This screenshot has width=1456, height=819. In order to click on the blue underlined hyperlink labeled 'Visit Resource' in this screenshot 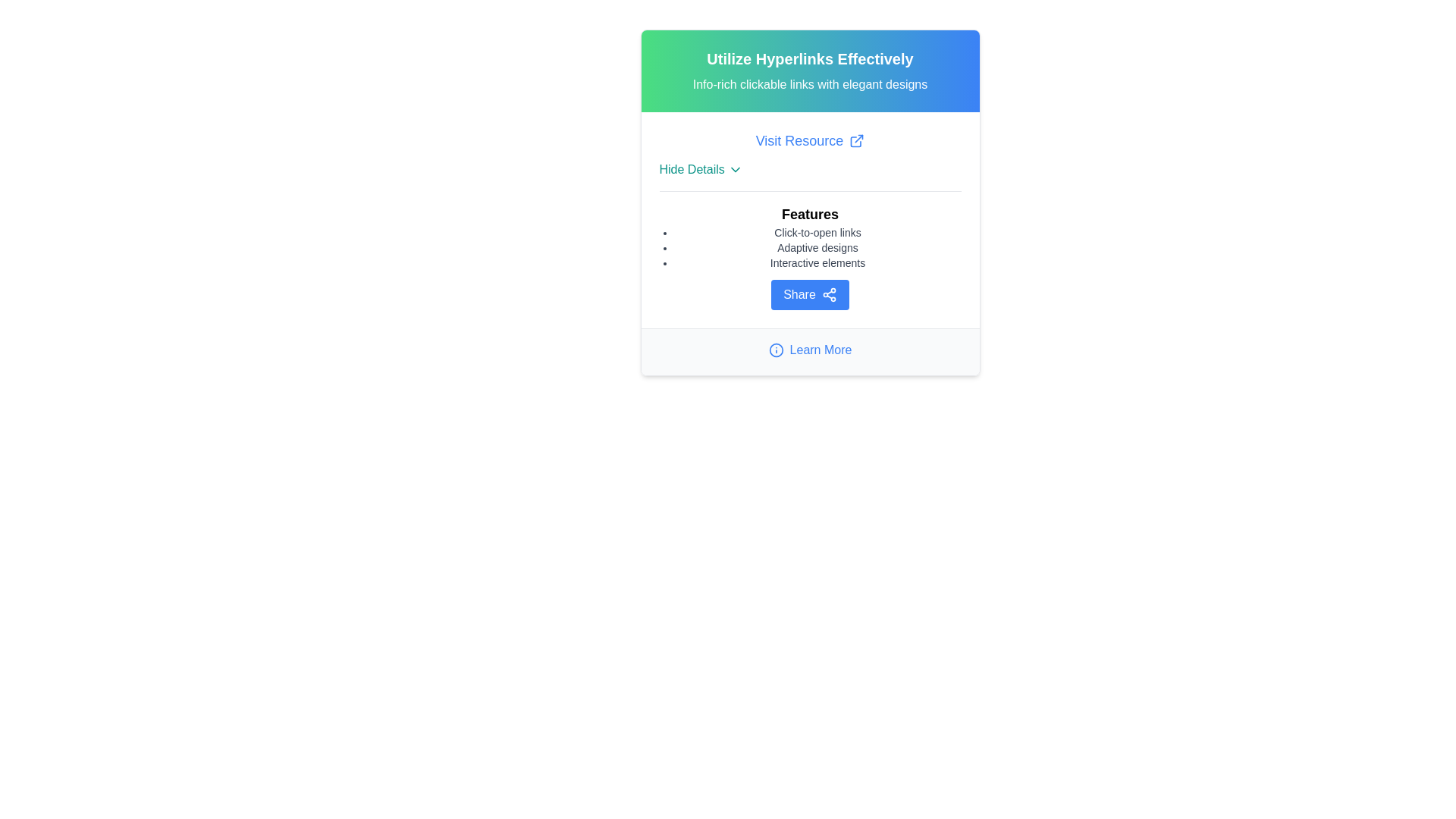, I will do `click(809, 140)`.